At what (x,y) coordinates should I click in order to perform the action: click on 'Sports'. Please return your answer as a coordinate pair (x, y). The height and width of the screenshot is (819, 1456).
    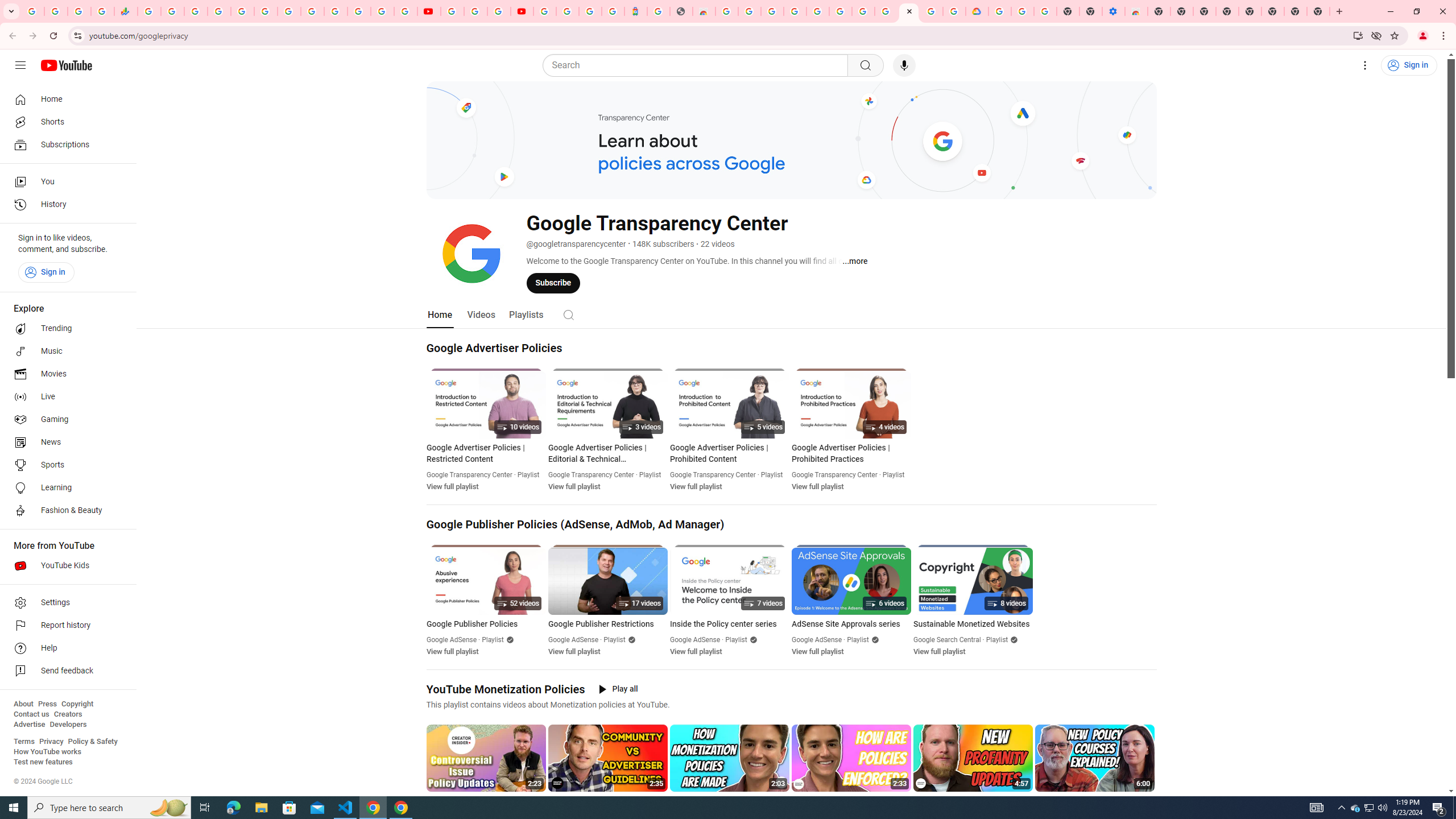
    Looking at the image, I should click on (64, 464).